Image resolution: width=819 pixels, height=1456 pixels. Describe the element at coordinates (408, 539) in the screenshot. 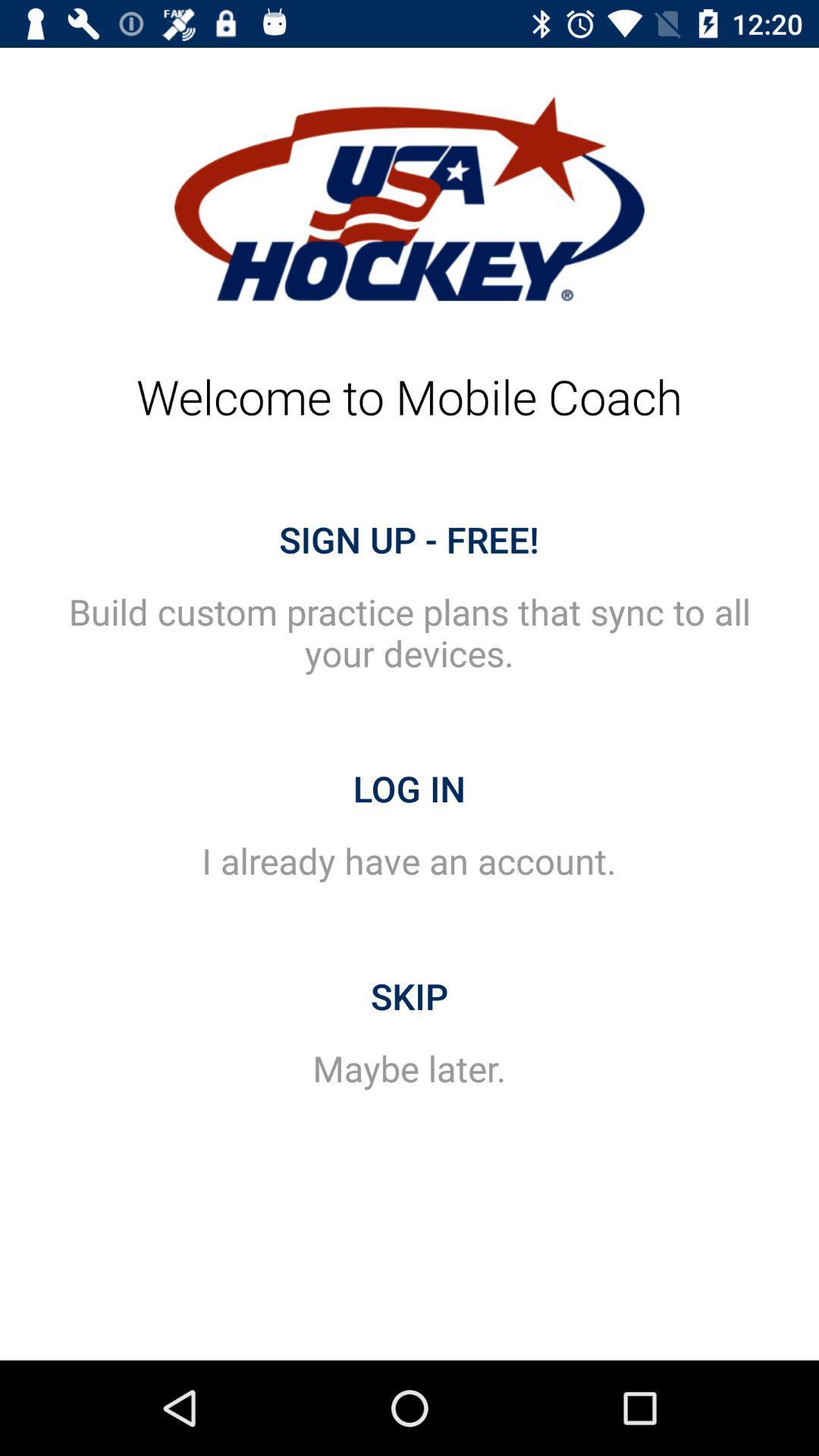

I see `icon above build custom practice` at that location.